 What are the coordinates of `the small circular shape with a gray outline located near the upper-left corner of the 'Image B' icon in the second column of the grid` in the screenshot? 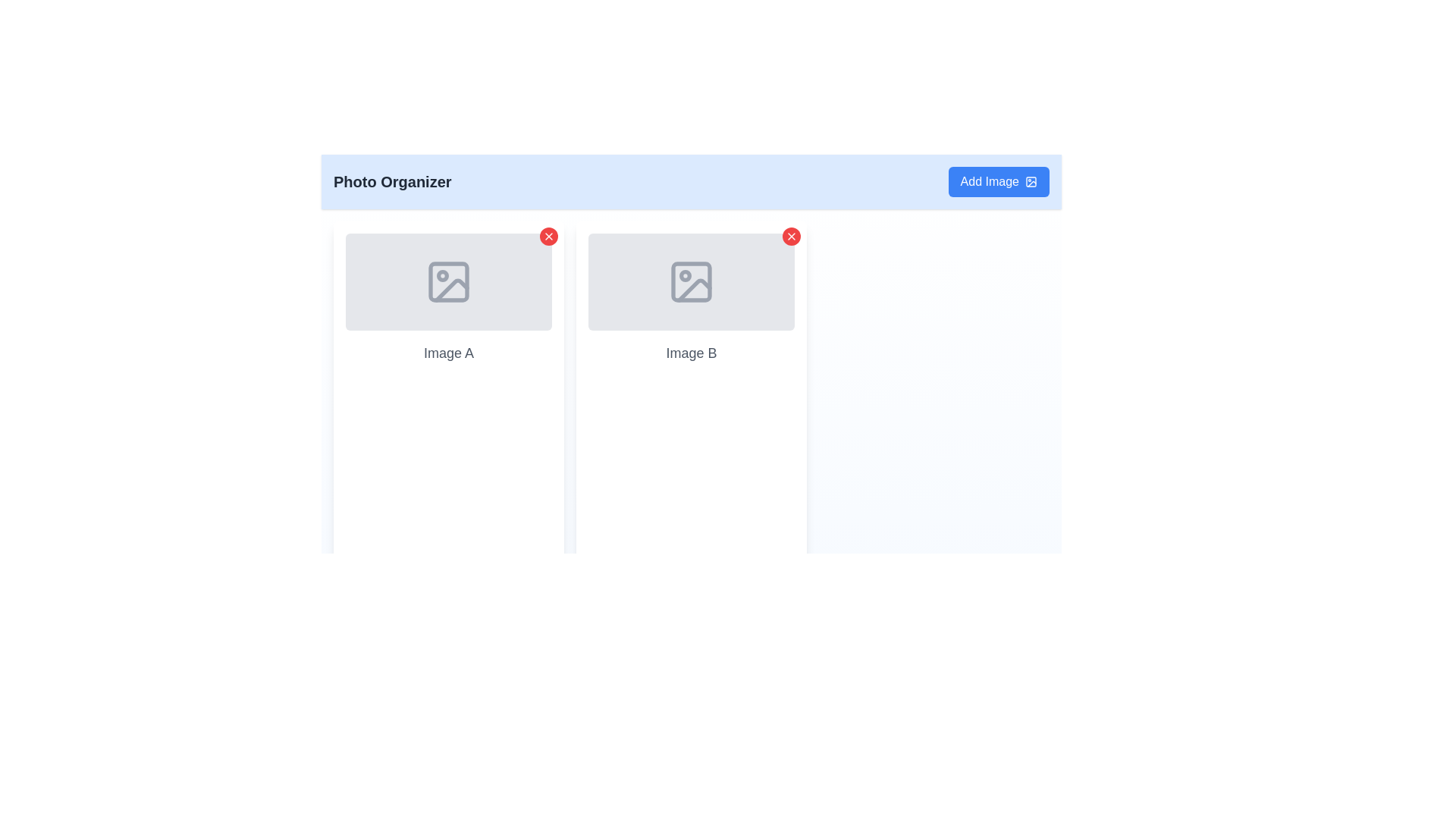 It's located at (684, 275).